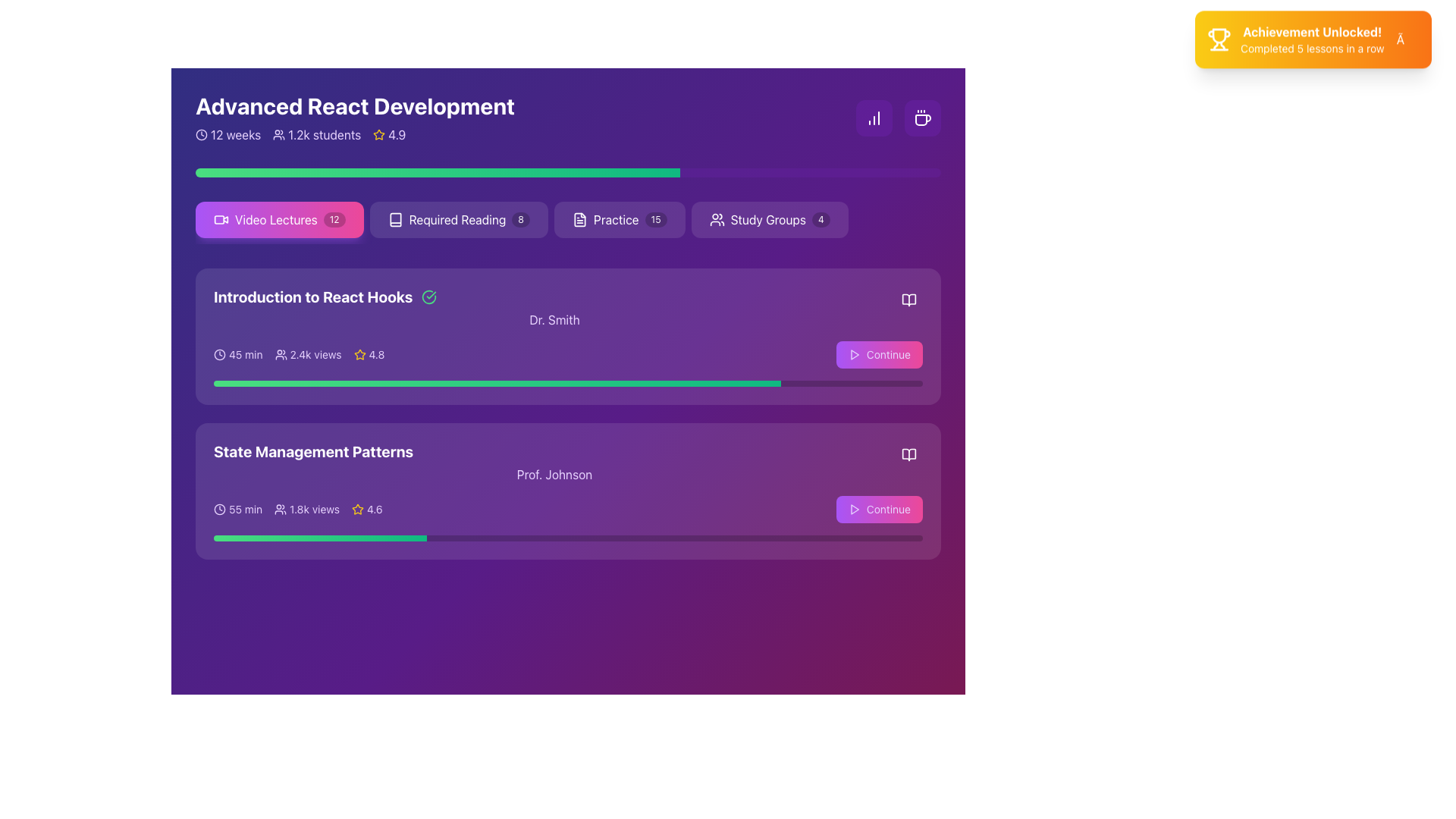 The height and width of the screenshot is (819, 1456). Describe the element at coordinates (554, 473) in the screenshot. I see `the Text Label displaying the instructor or creator's name associated with the lesson titled 'State Management Patterns'` at that location.